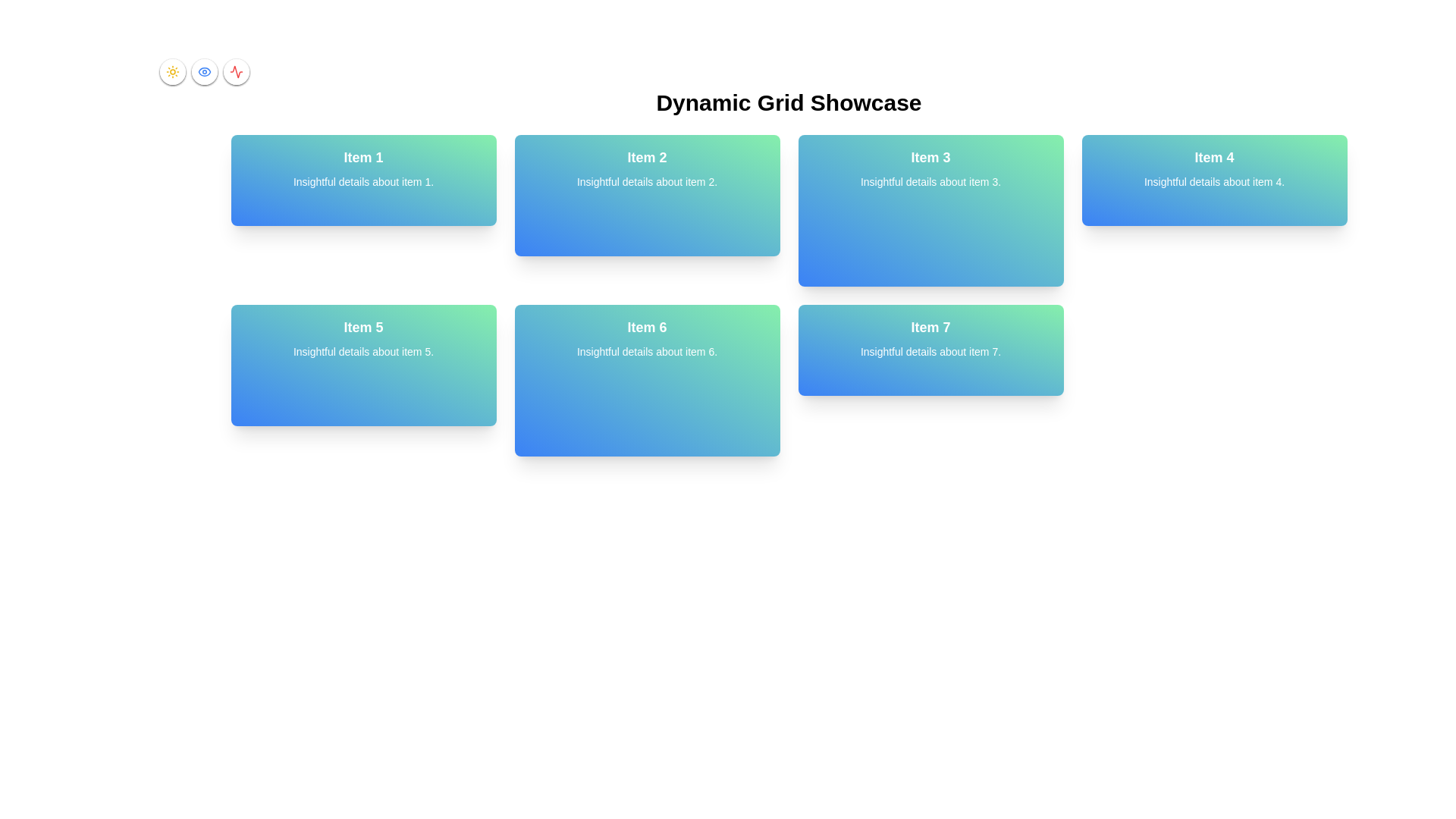 The image size is (1456, 819). Describe the element at coordinates (930, 350) in the screenshot. I see `the display card located in the second row and last column of the grid layout to trigger a visual or functional response` at that location.